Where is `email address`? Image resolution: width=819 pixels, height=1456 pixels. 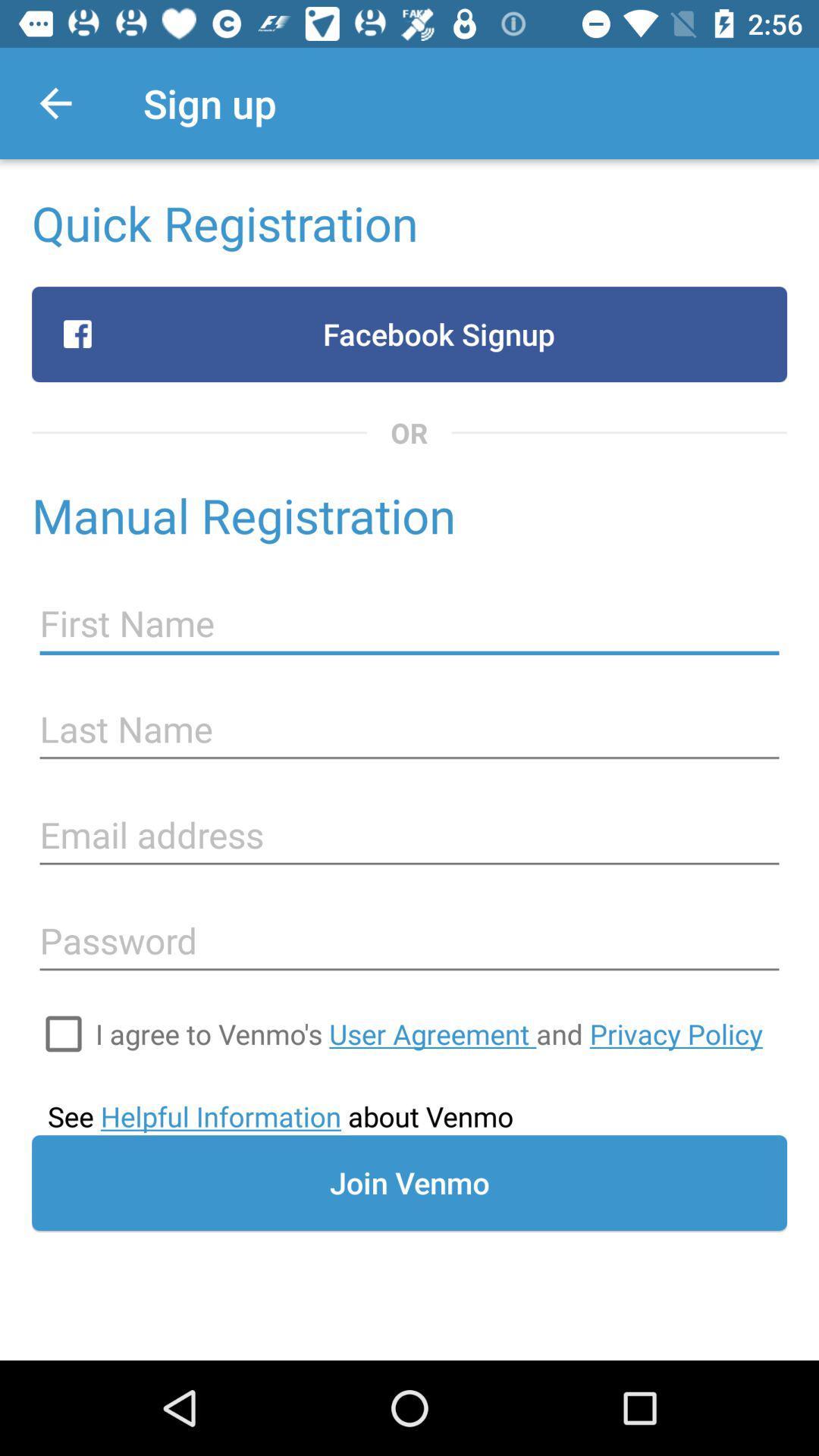
email address is located at coordinates (409, 834).